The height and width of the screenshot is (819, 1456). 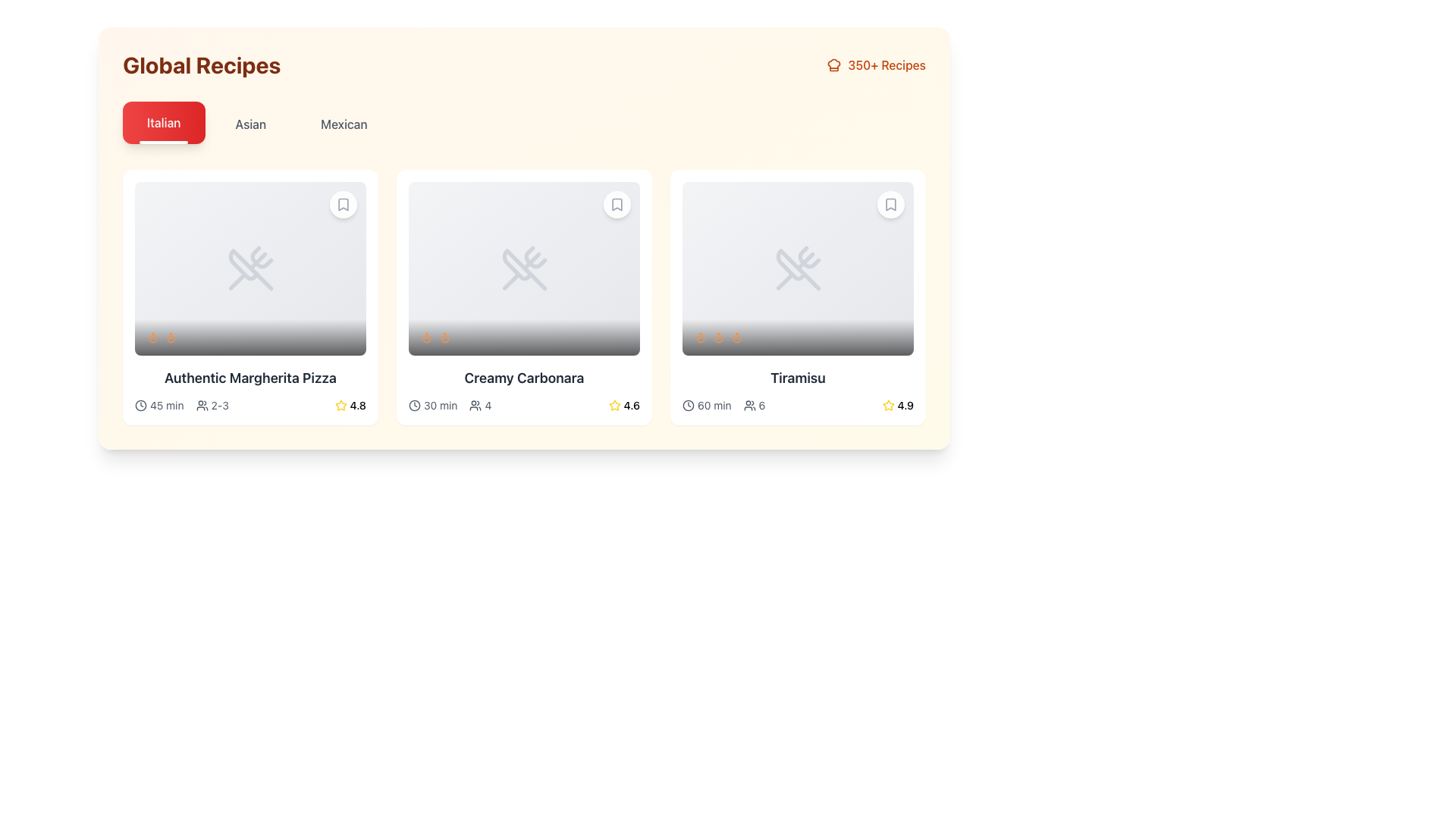 I want to click on the spiciness indicator icon located in the bottom-left corner of the second card in a horizontally arranged list of three cards, so click(x=425, y=336).